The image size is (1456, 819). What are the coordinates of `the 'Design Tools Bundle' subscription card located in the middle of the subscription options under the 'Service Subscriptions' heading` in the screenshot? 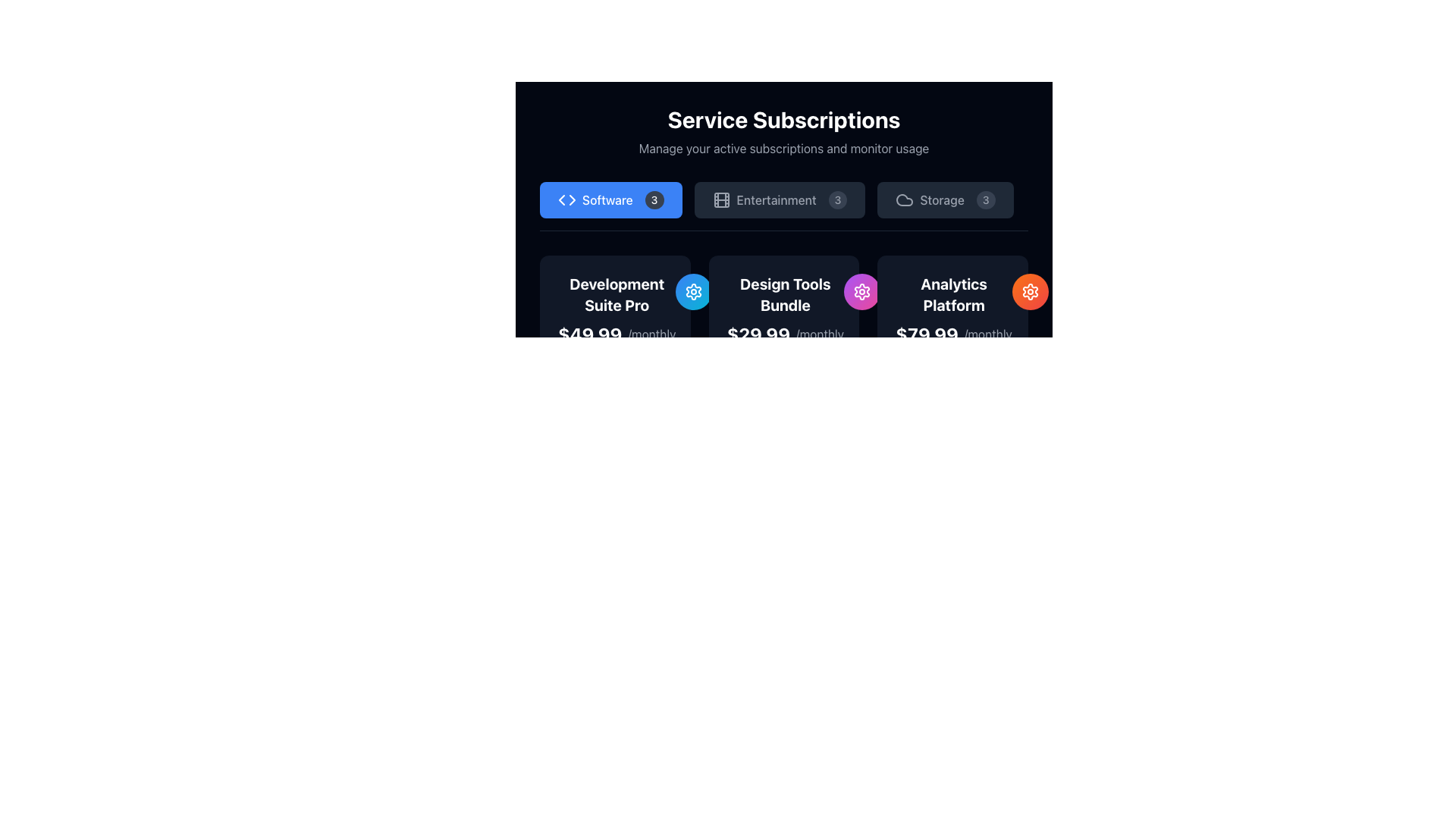 It's located at (783, 309).